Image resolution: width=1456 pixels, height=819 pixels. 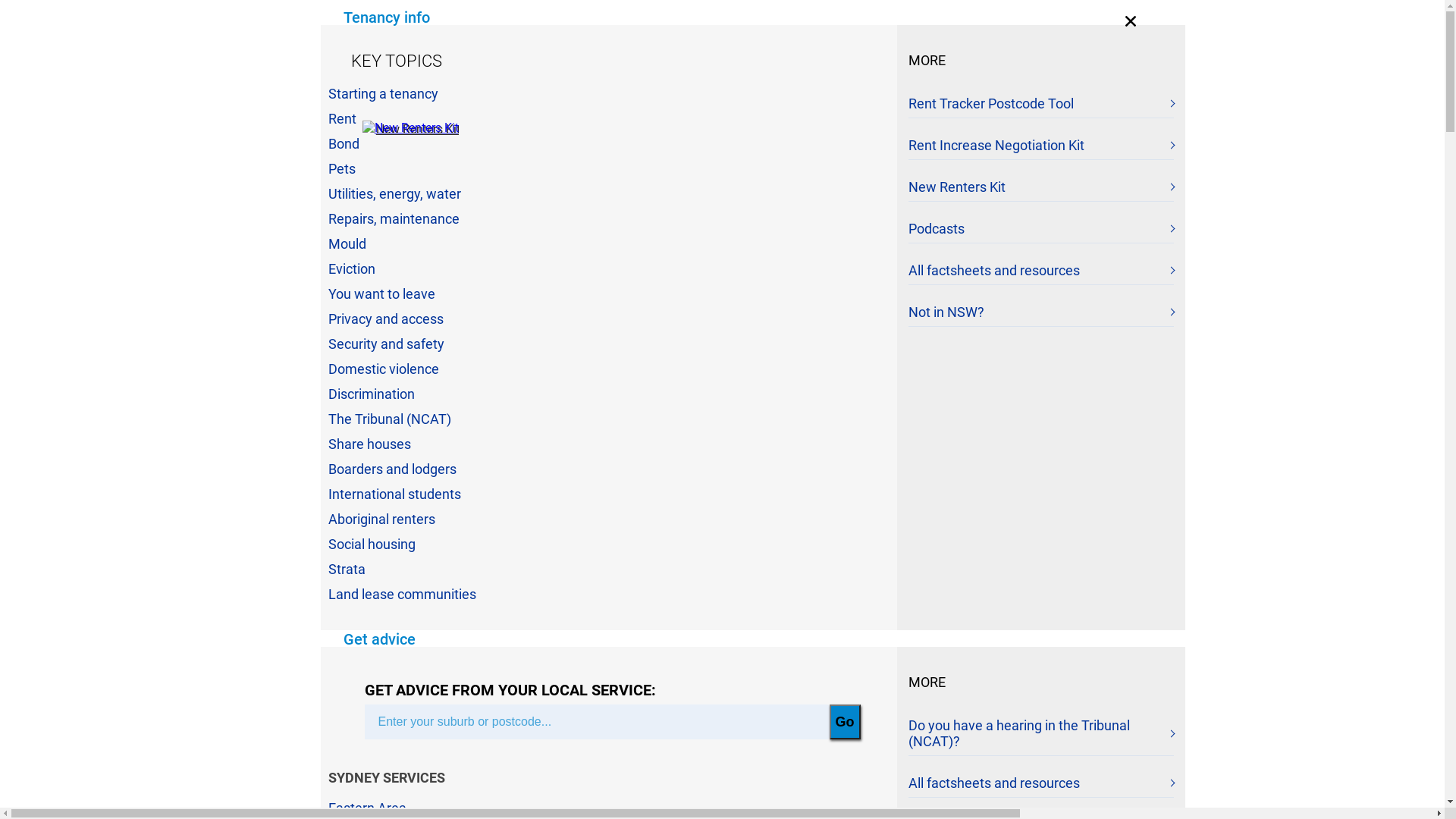 I want to click on 'Starting a tenancy', so click(x=382, y=93).